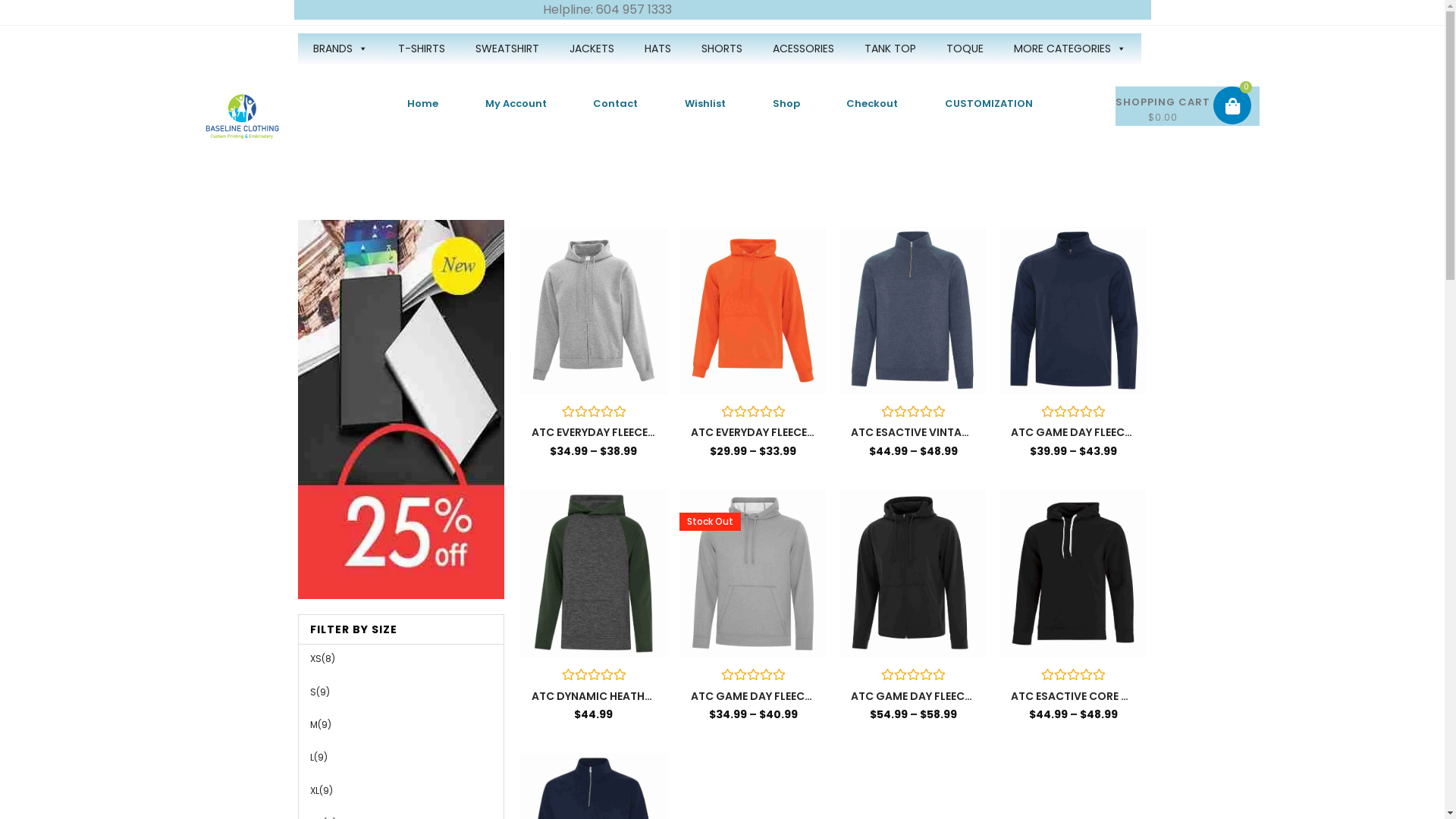 The image size is (1456, 819). What do you see at coordinates (661, 103) in the screenshot?
I see `'Wishlist'` at bounding box center [661, 103].